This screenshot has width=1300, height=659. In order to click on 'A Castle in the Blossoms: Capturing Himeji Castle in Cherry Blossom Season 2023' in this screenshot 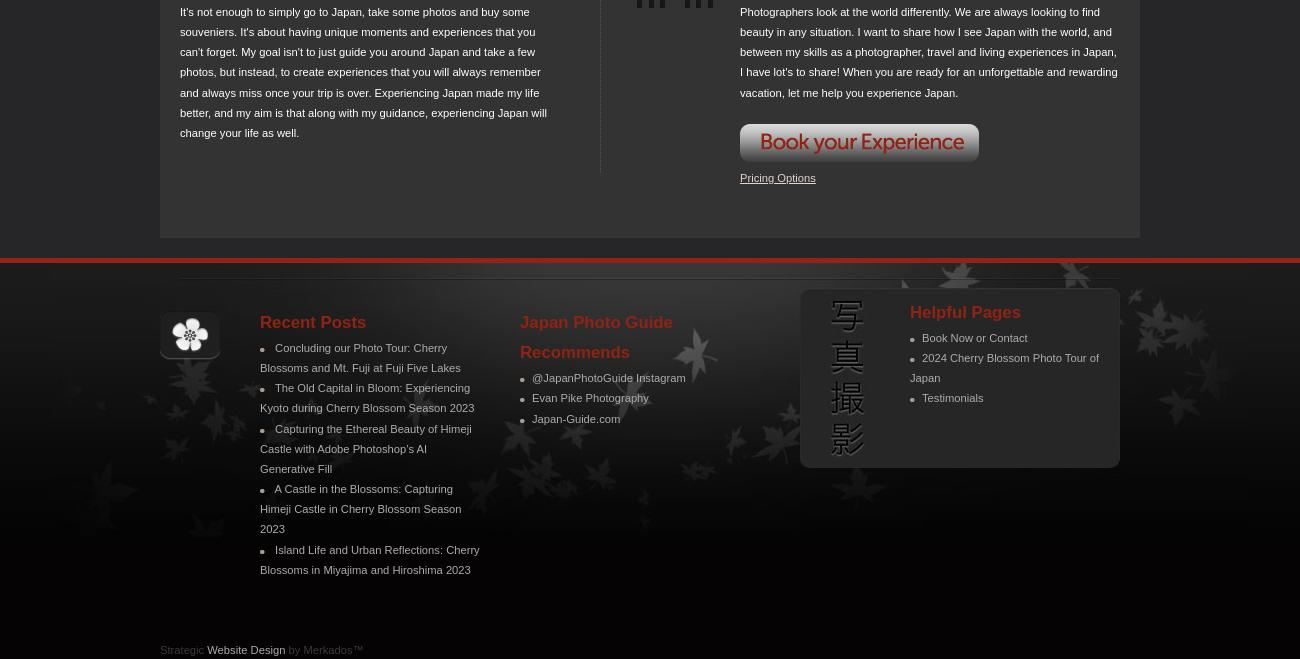, I will do `click(359, 509)`.